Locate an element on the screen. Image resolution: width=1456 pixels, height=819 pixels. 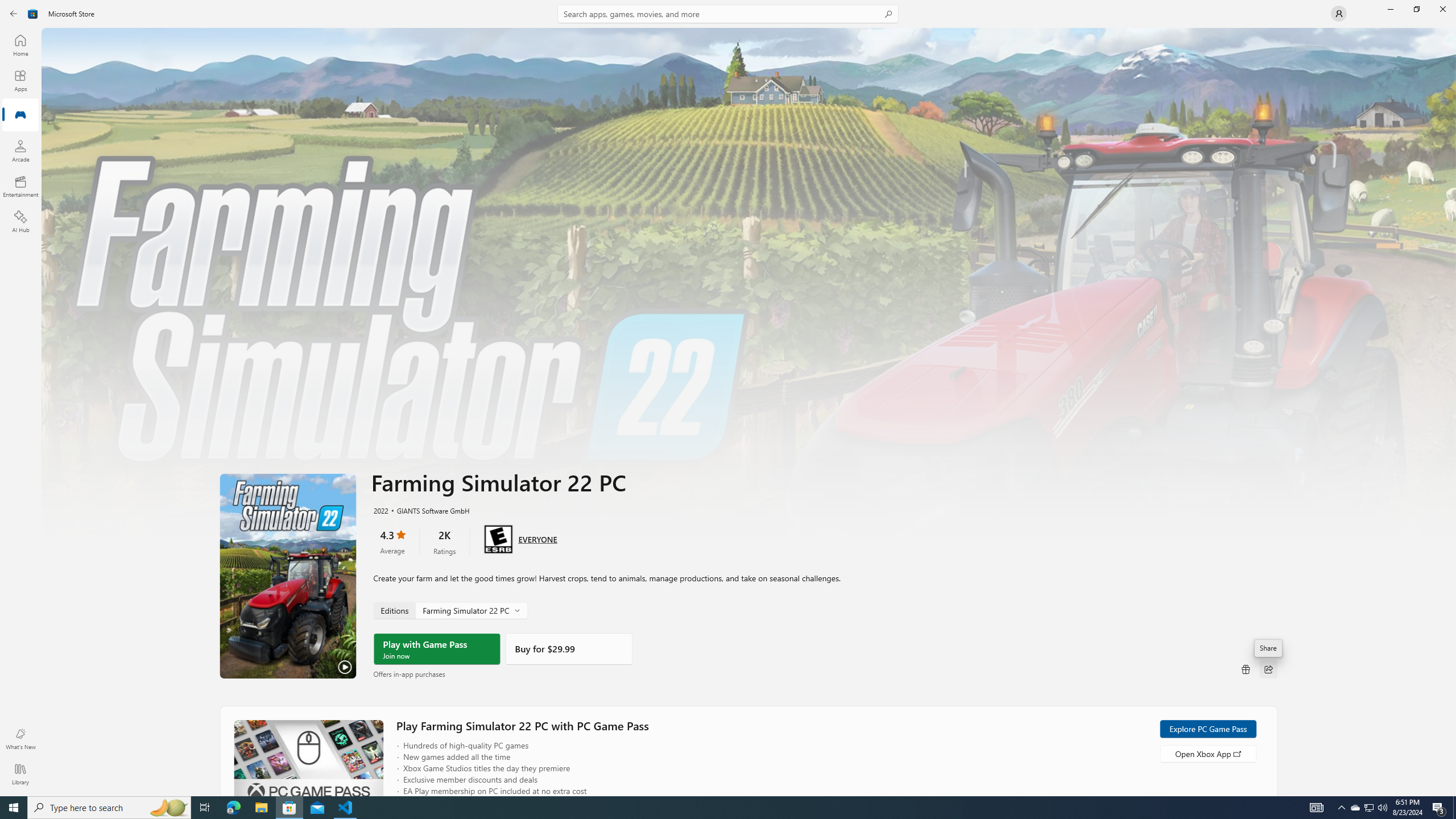
'Open Xbox App' is located at coordinates (1207, 753).